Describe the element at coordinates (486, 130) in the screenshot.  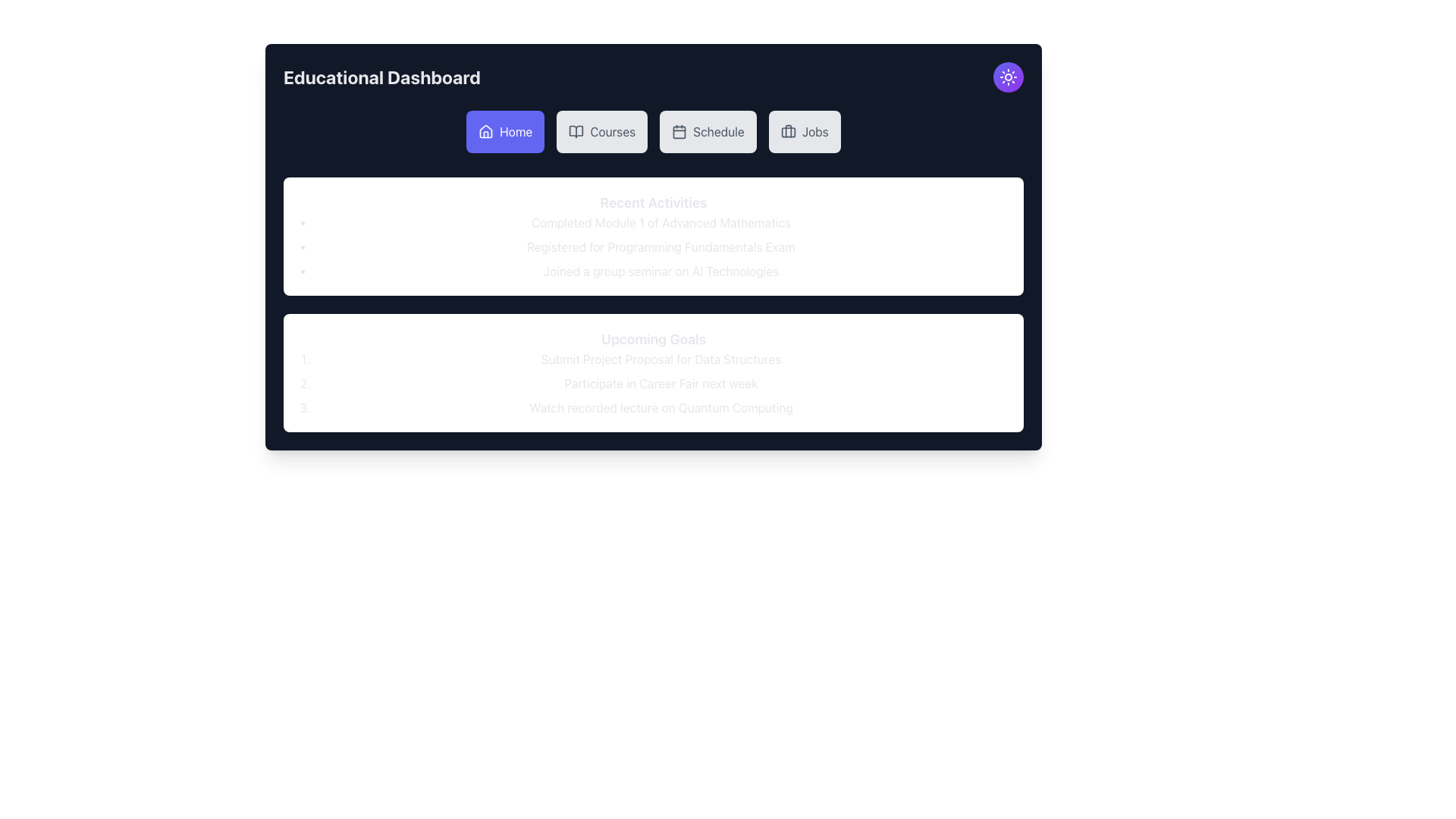
I see `the house icon located at the center of the 'Home' button in the navigation bar to view it as part of the button interaction` at that location.